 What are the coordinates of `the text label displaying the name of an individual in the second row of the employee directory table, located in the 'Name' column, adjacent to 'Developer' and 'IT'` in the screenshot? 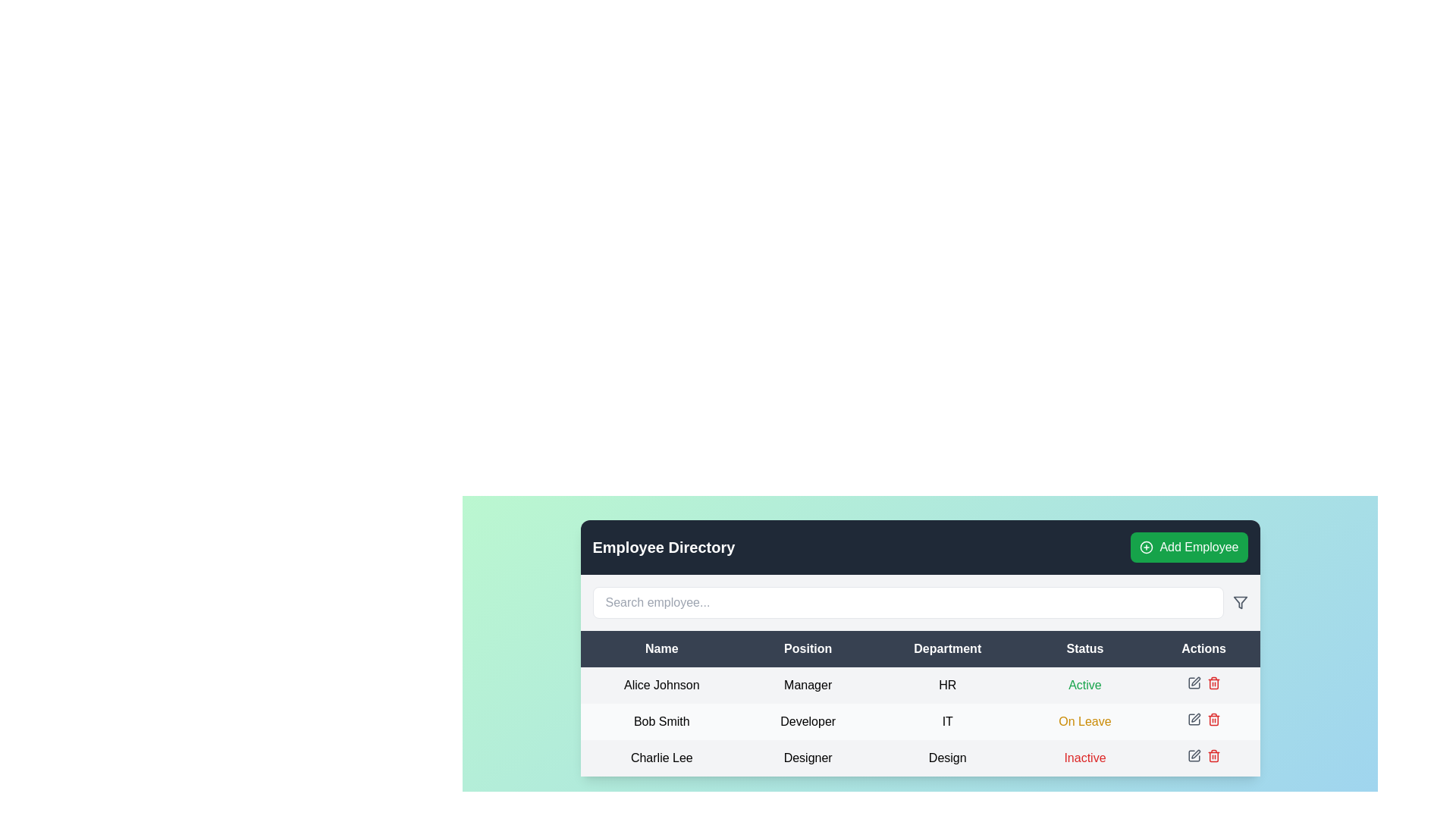 It's located at (661, 721).